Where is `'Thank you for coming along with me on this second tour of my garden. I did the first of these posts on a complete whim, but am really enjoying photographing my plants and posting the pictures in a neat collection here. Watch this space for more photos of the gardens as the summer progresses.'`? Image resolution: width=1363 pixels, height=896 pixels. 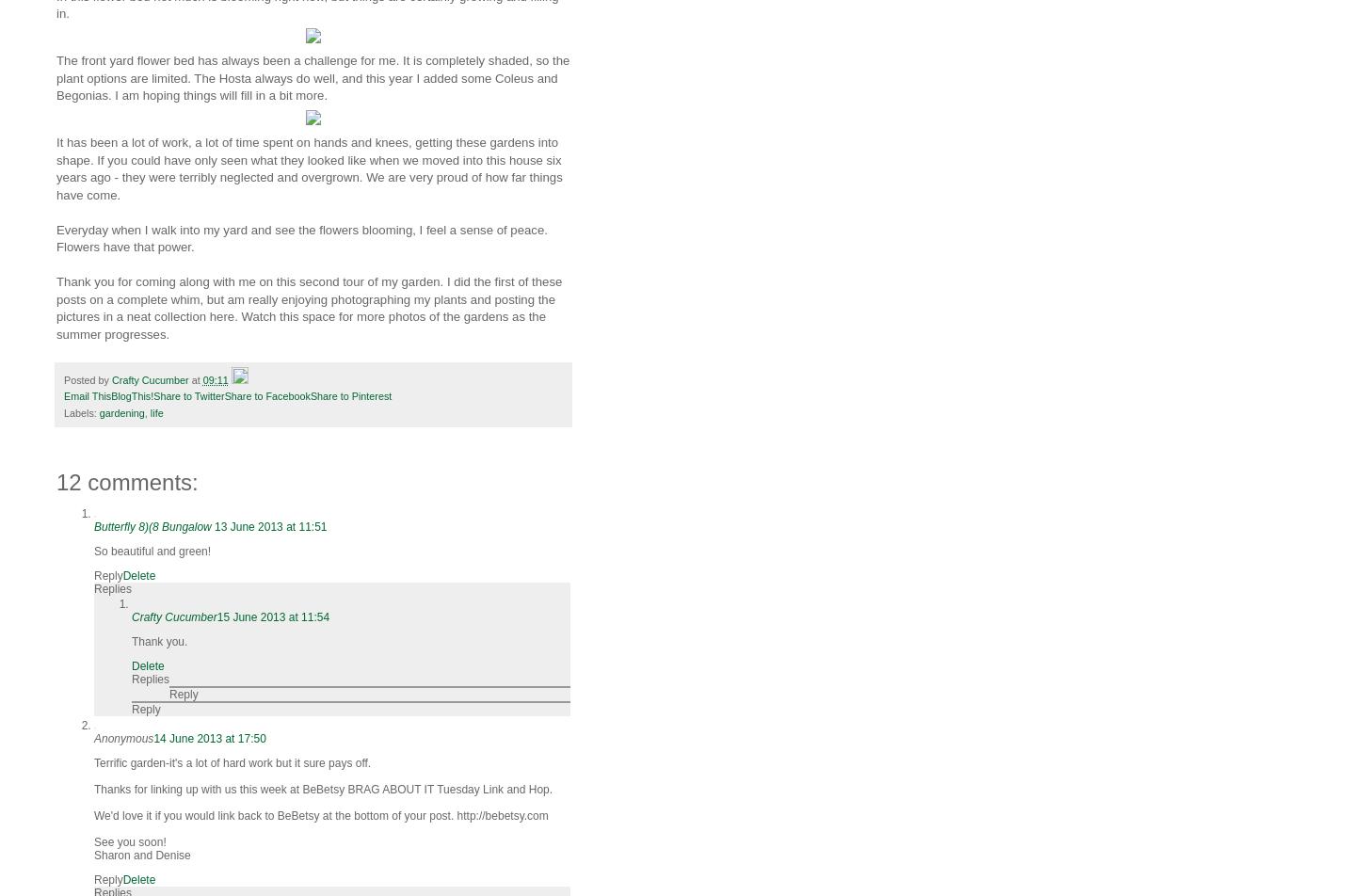
'Thank you for coming along with me on this second tour of my garden. I did the first of these posts on a complete whim, but am really enjoying photographing my plants and posting the pictures in a neat collection here. Watch this space for more photos of the gardens as the summer progresses.' is located at coordinates (56, 308).